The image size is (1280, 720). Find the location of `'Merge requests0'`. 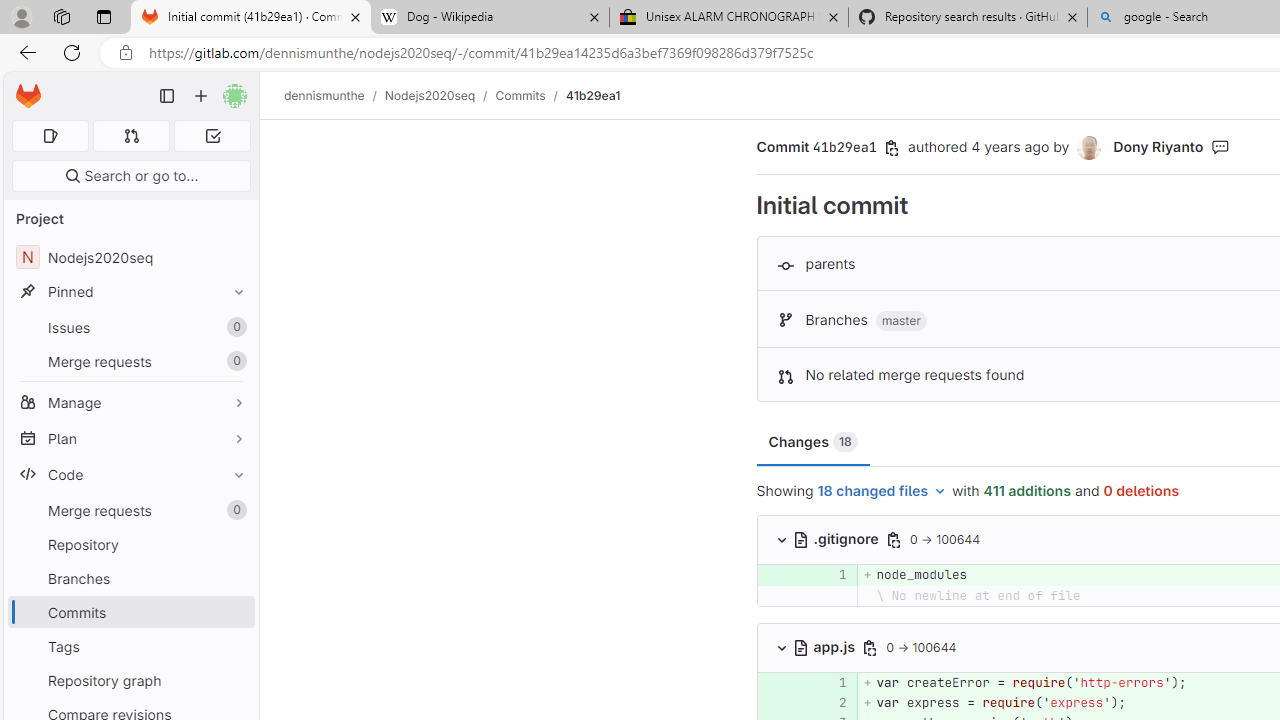

'Merge requests0' is located at coordinates (130, 509).